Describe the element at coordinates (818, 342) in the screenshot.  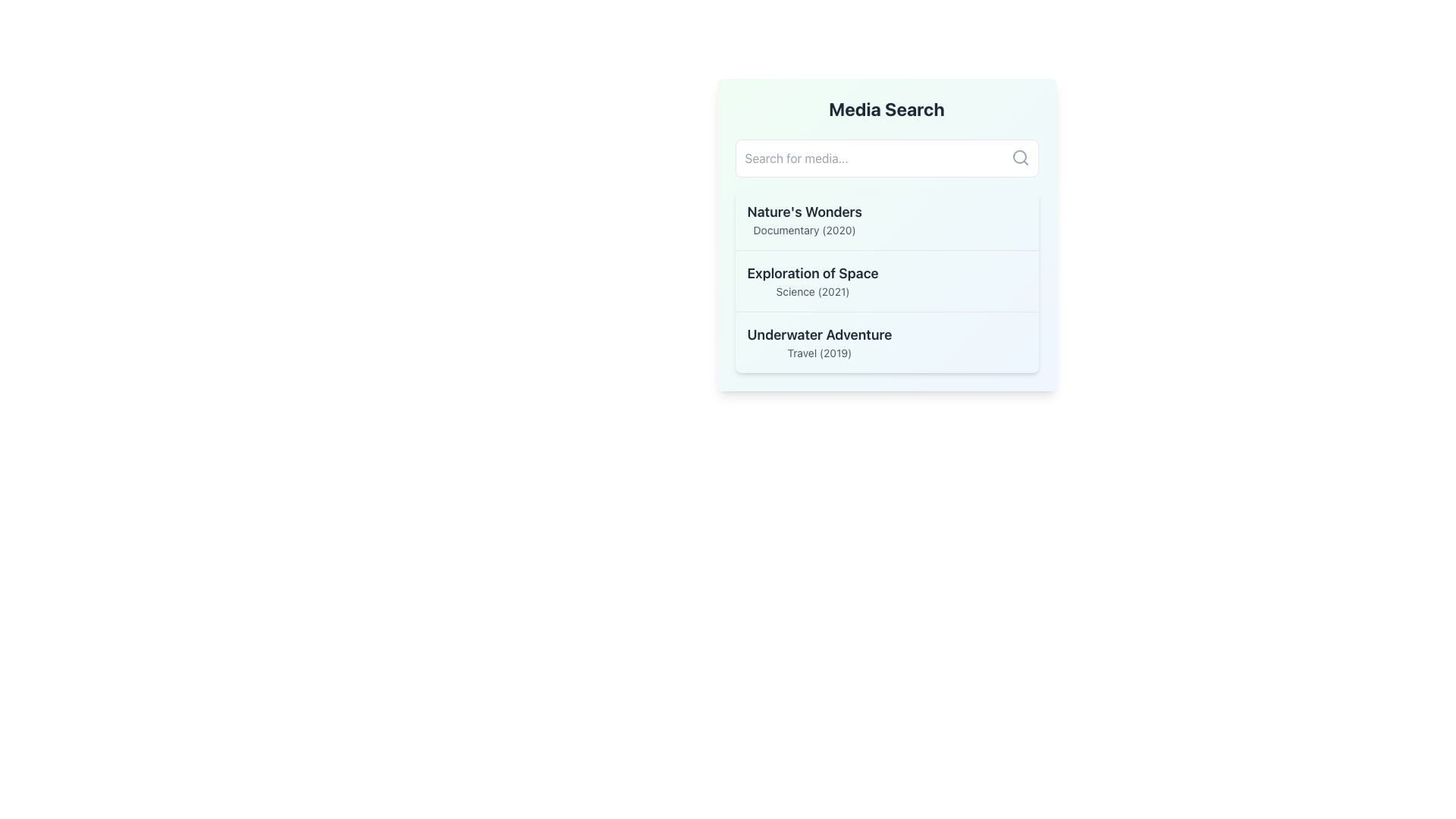
I see `the list item titled 'Underwater Adventure'` at that location.